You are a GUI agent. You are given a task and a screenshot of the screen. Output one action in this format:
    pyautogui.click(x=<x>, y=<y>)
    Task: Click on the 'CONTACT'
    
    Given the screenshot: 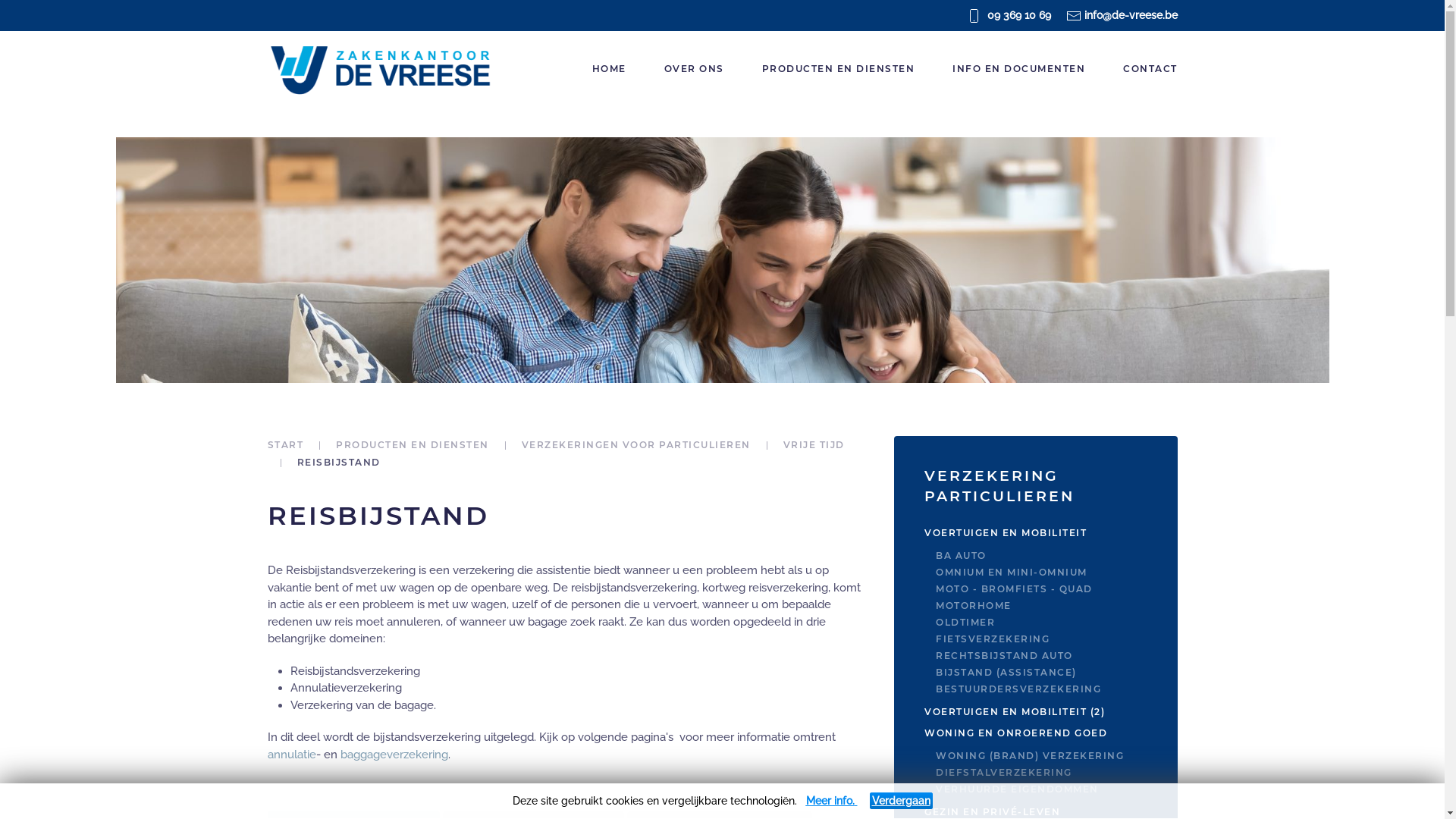 What is the action you would take?
    pyautogui.click(x=1150, y=69)
    